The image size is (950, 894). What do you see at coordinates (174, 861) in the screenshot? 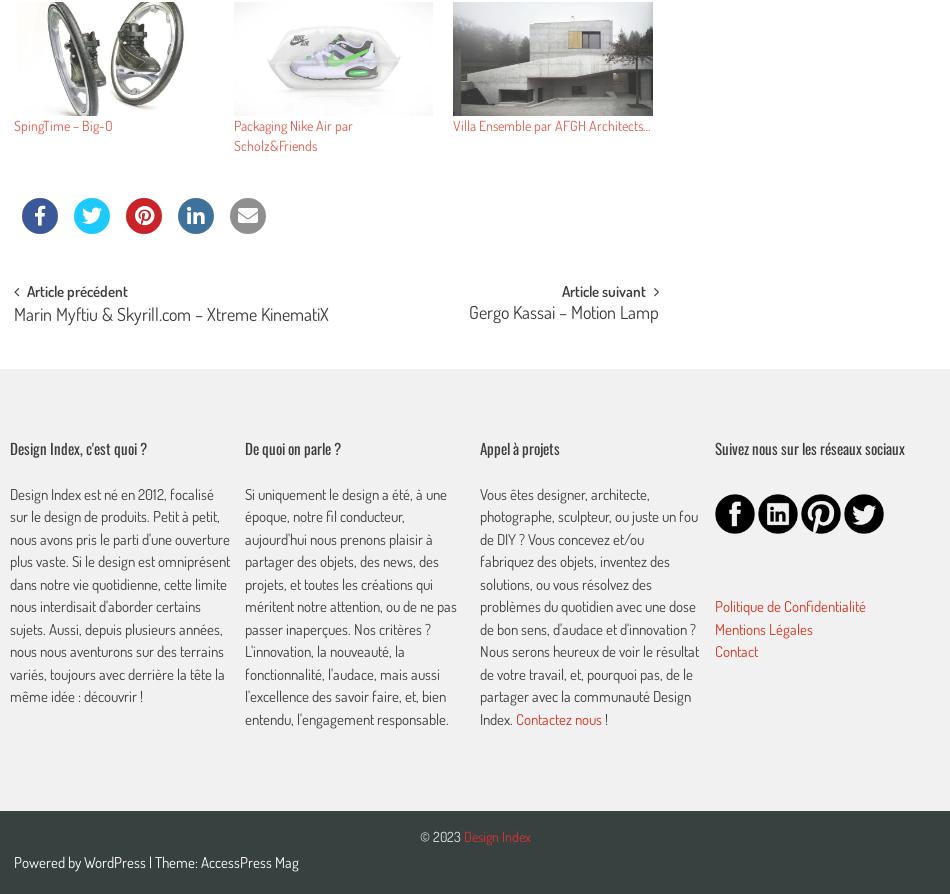
I see `'| Theme:'` at bounding box center [174, 861].